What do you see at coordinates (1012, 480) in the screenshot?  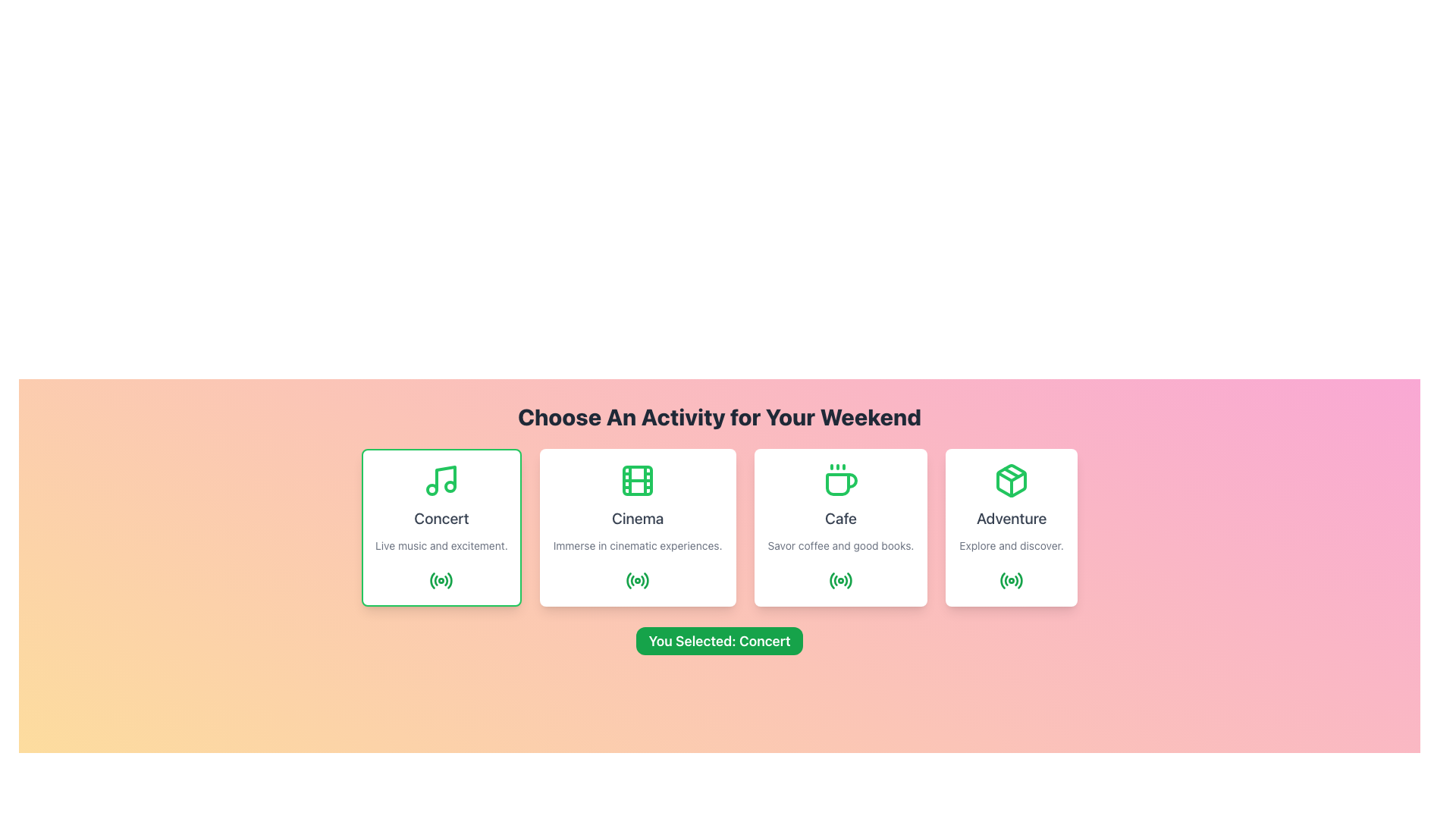 I see `the green outlined package icon located at the top of the 'Adventure' activity card, which is the fourth card from the left in the selection interface` at bounding box center [1012, 480].